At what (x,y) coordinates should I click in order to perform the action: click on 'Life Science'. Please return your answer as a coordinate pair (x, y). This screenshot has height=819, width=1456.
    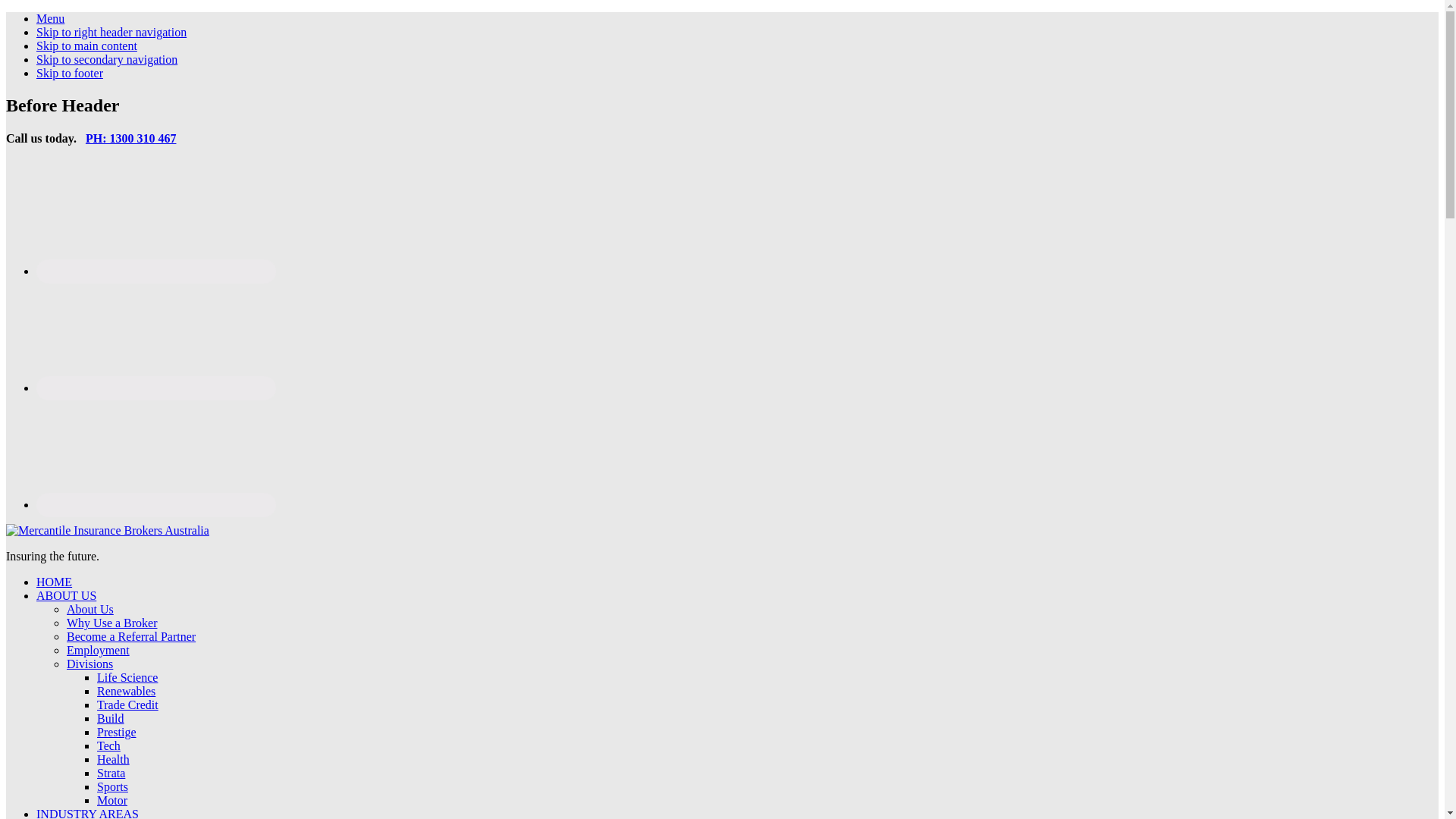
    Looking at the image, I should click on (127, 676).